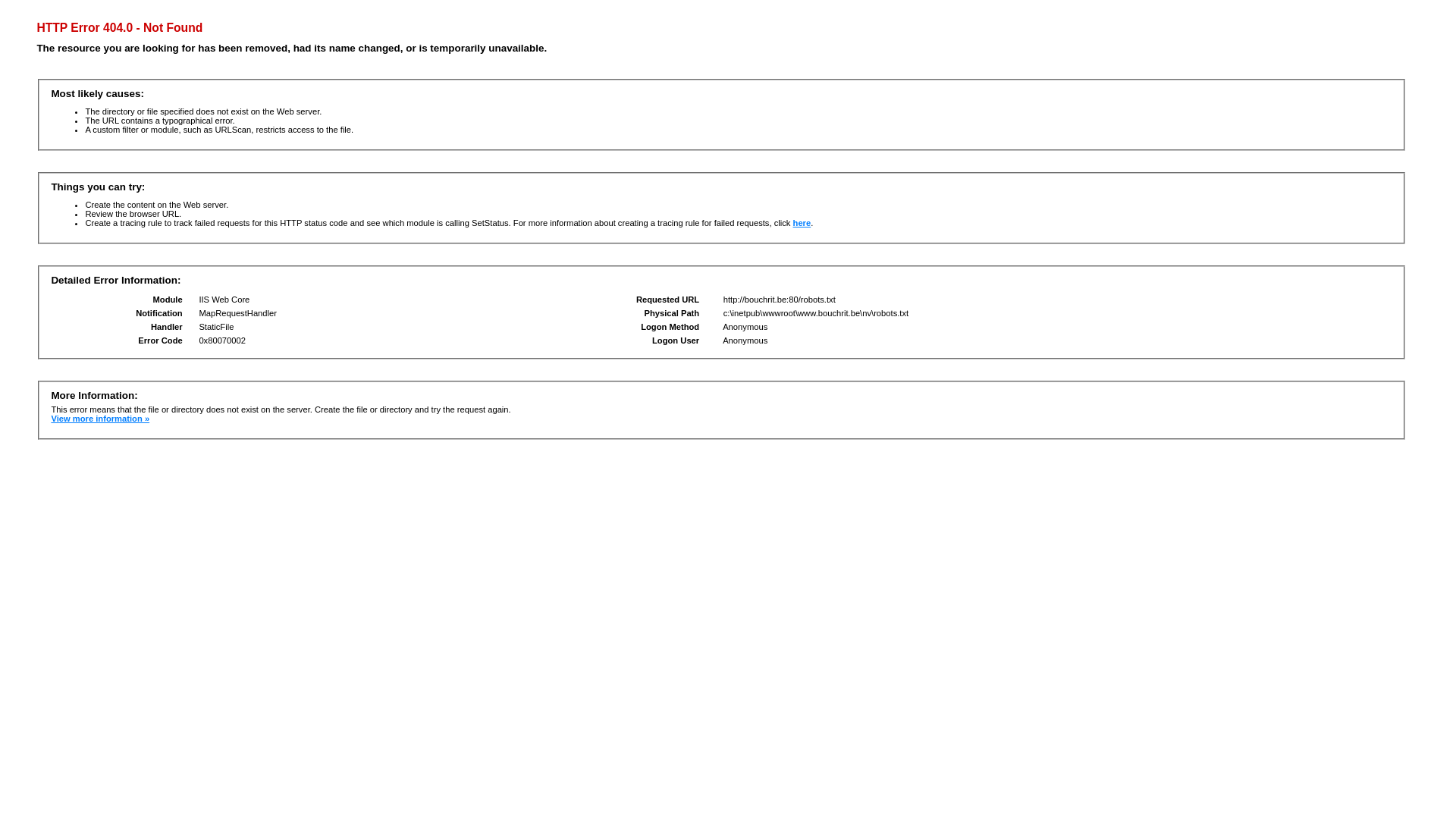  I want to click on 'here', so click(801, 222).